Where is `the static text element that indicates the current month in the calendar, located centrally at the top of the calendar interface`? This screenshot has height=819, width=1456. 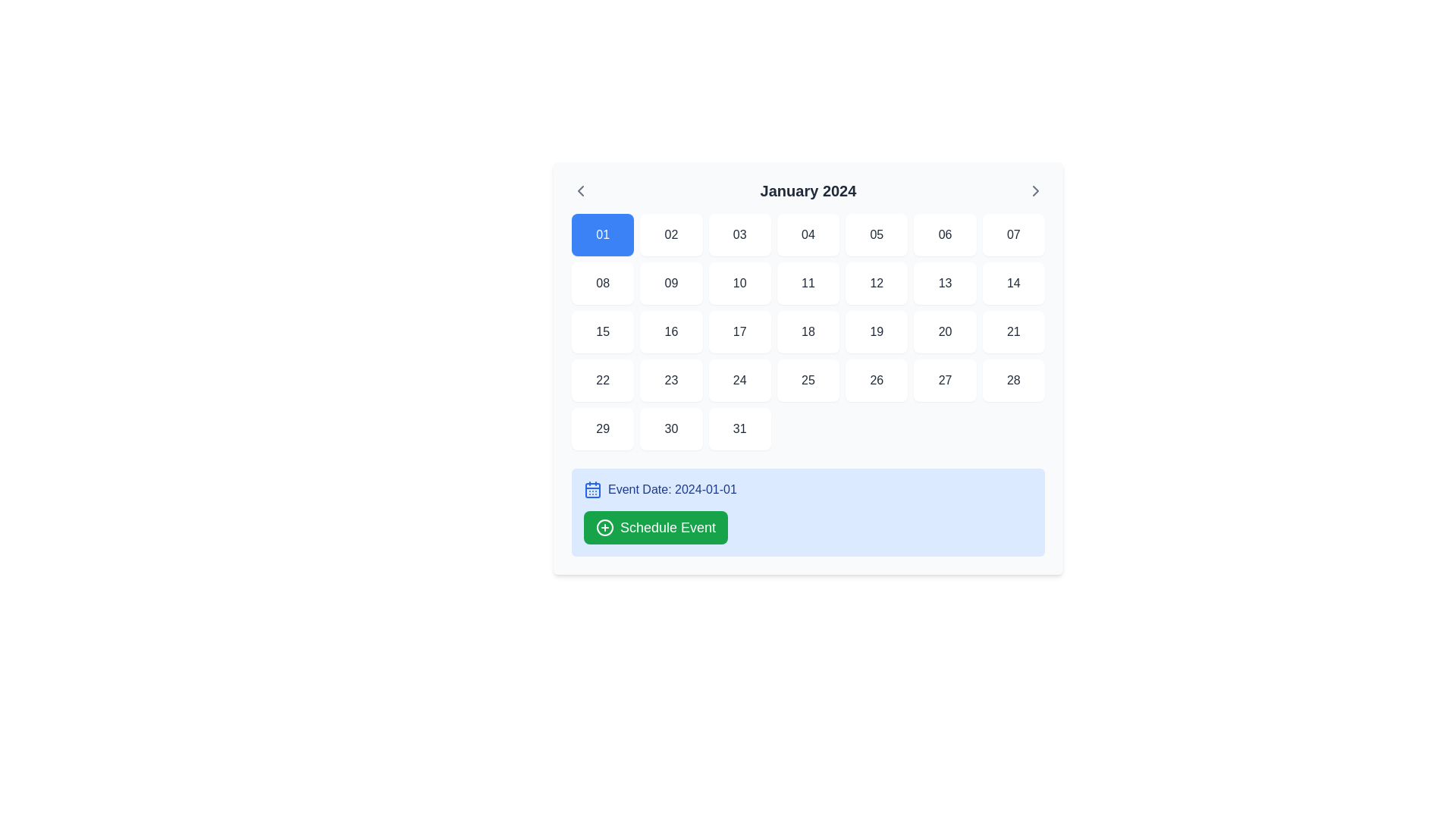 the static text element that indicates the current month in the calendar, located centrally at the top of the calendar interface is located at coordinates (807, 190).